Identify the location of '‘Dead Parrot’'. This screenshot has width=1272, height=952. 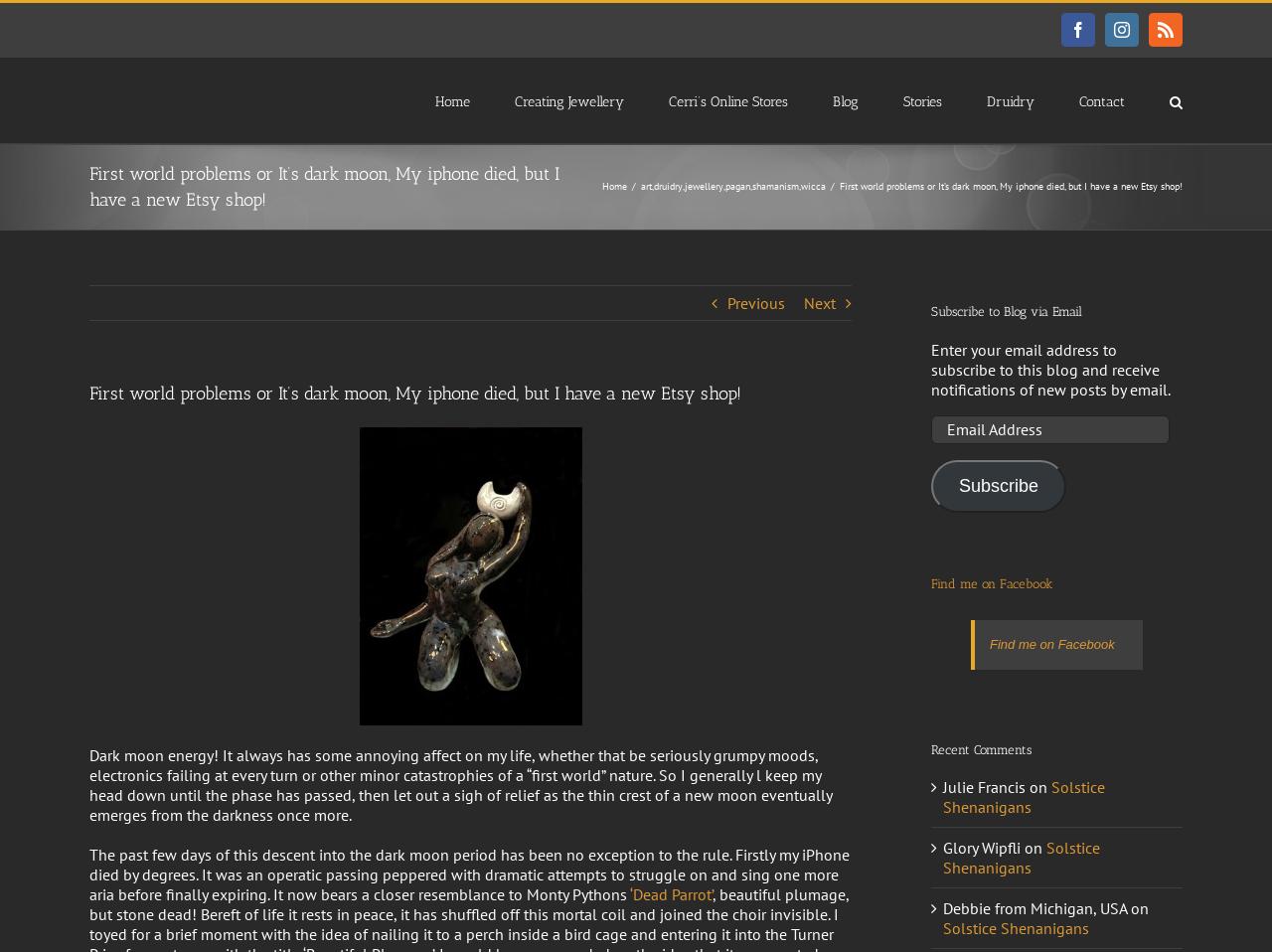
(671, 892).